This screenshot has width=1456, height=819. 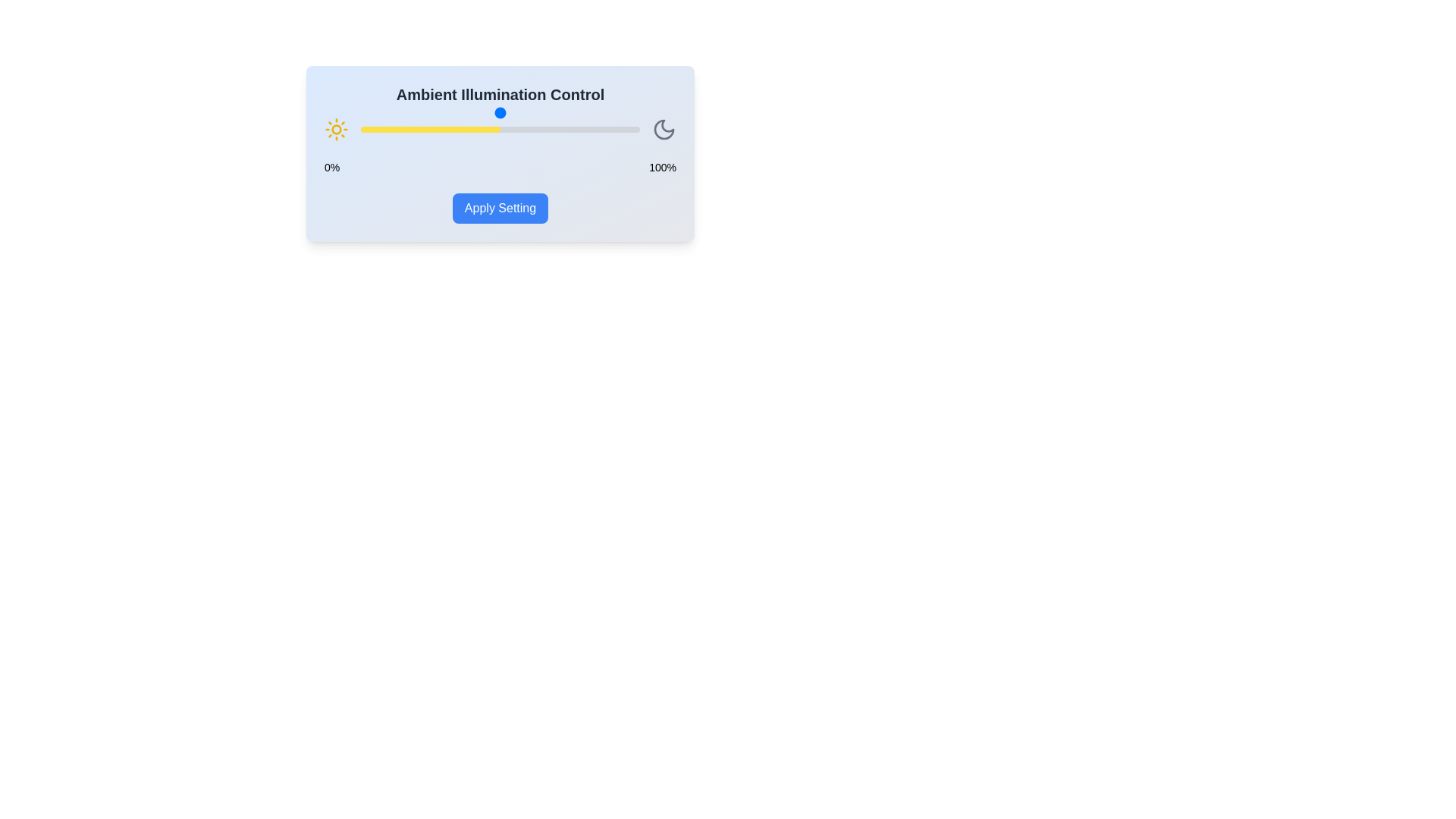 I want to click on the illumination slider to 80%, so click(x=583, y=128).